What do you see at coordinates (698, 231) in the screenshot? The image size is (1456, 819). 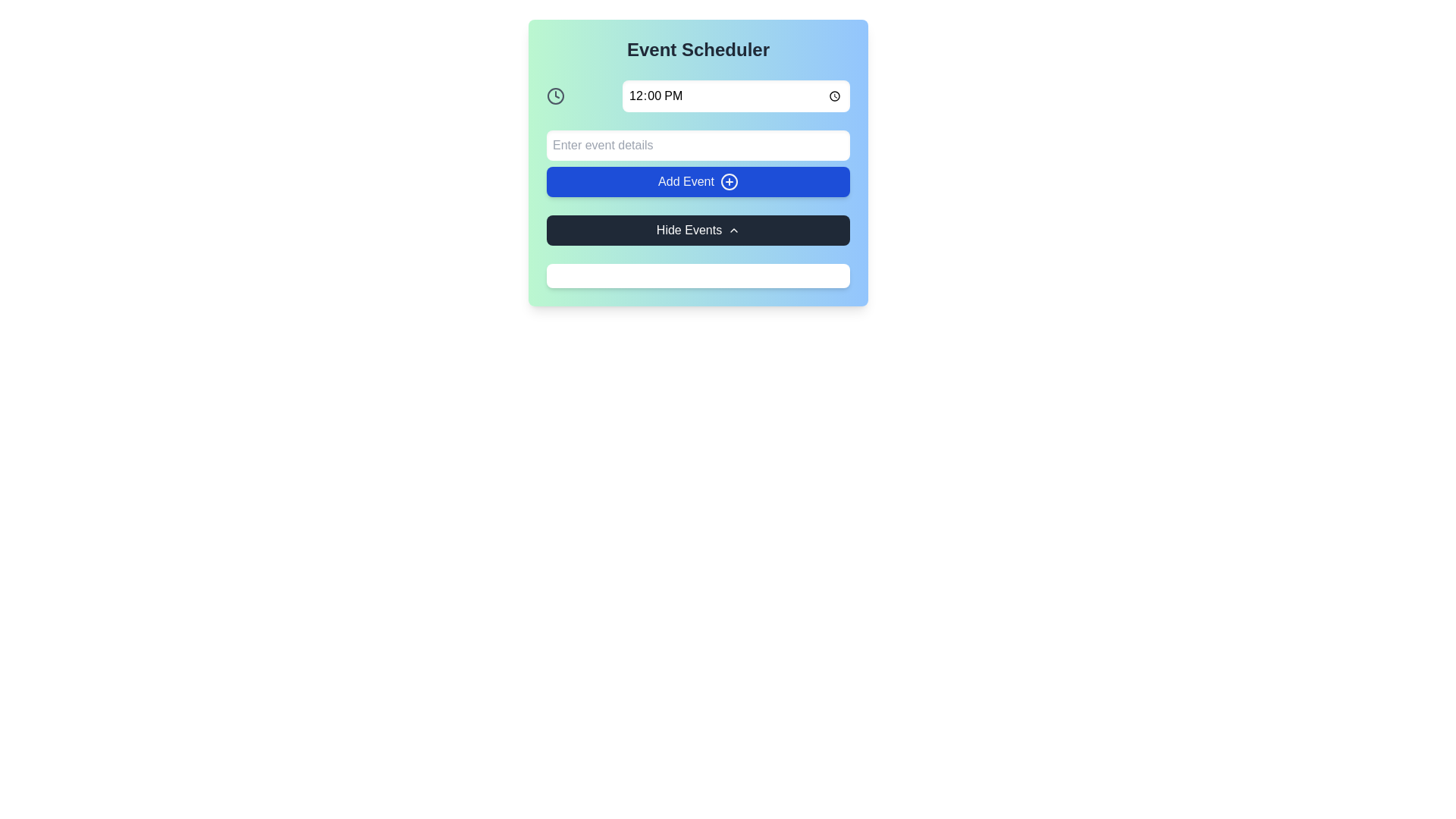 I see `the collapse/hide button located centrally in the interface panel, positioned below the 'Add Event' button and above a blank input field` at bounding box center [698, 231].